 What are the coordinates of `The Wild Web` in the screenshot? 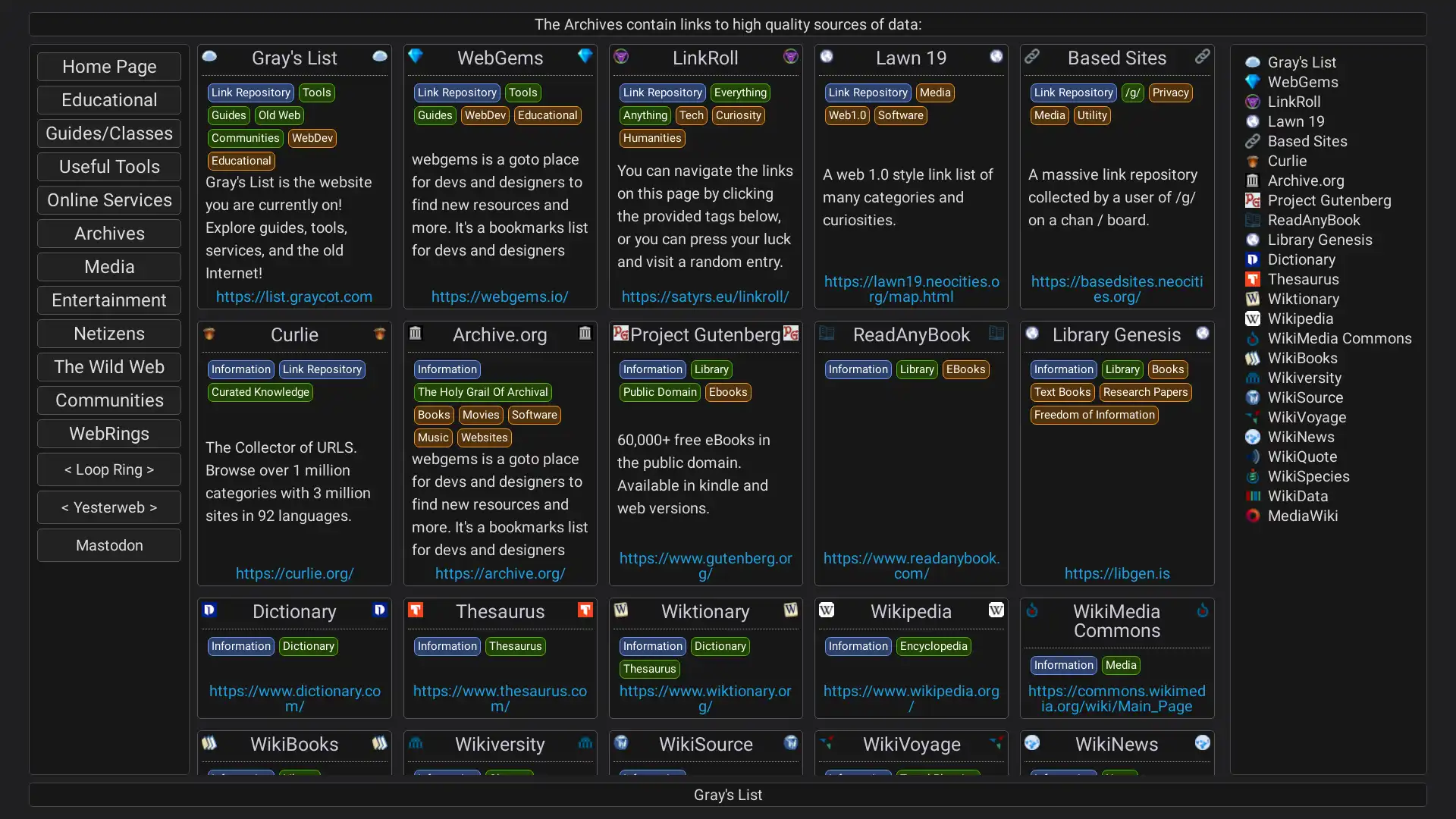 It's located at (108, 366).